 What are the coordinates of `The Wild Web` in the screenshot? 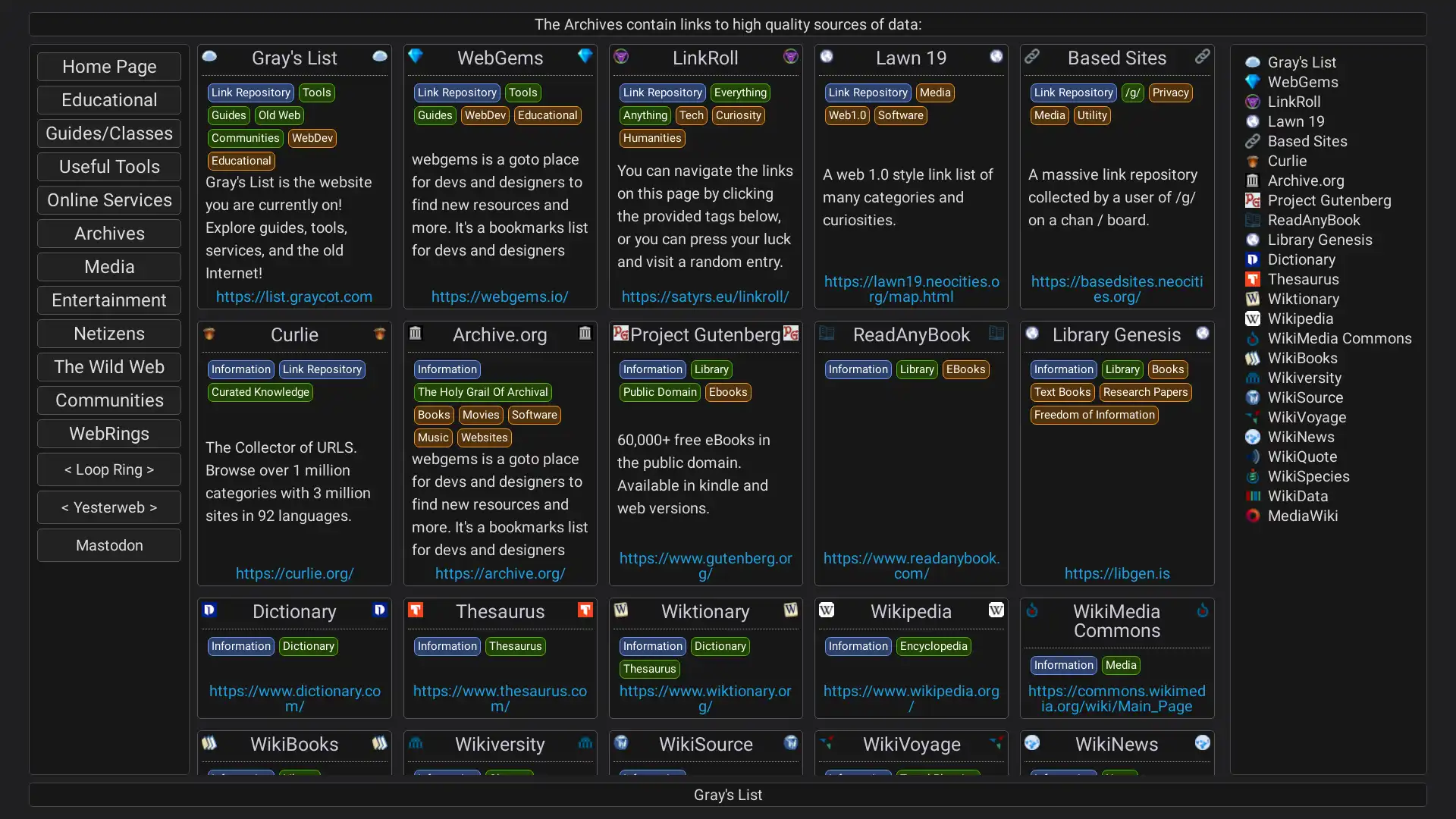 It's located at (108, 366).